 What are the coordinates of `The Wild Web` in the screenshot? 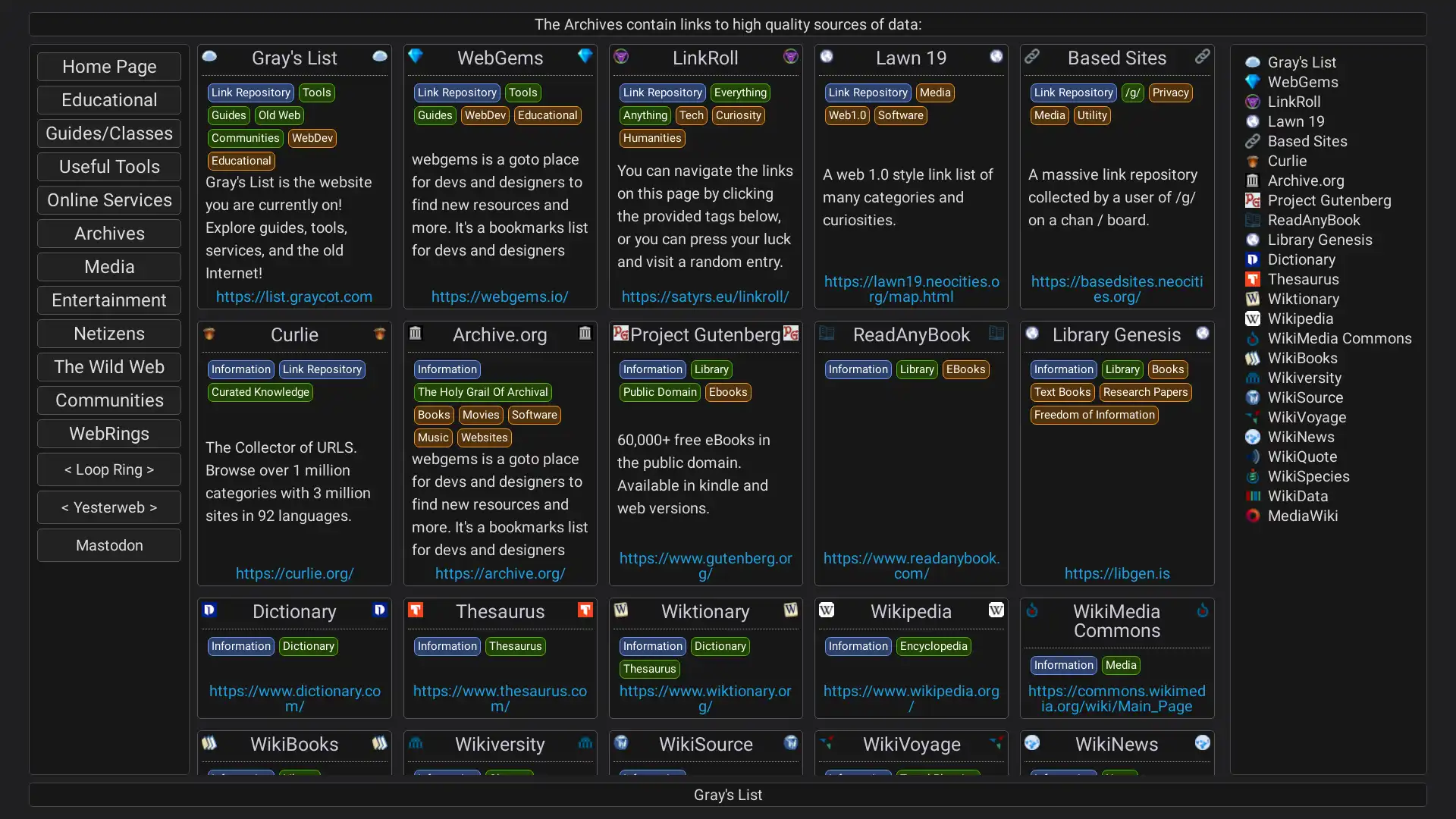 It's located at (108, 366).